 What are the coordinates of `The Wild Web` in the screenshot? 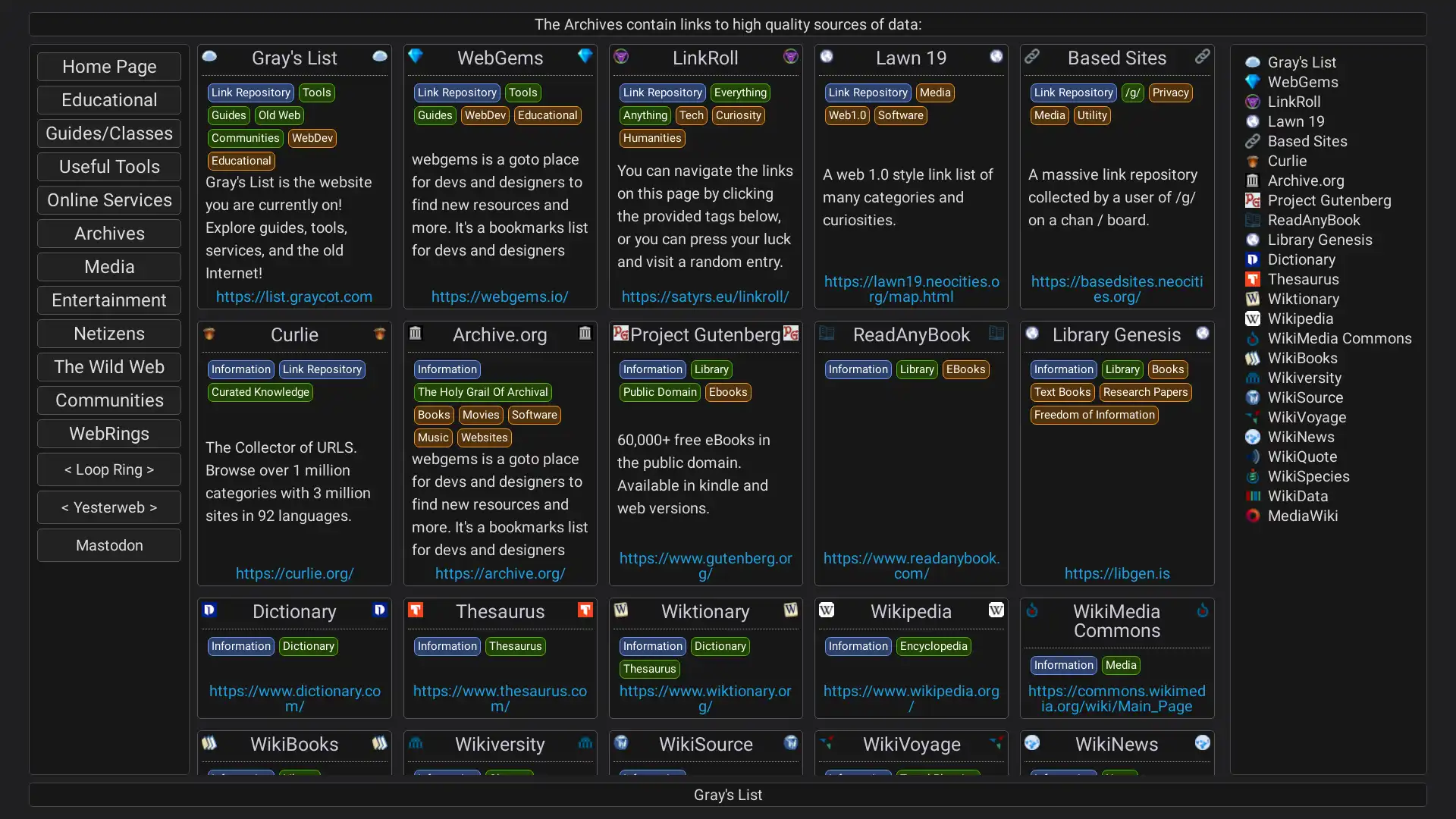 It's located at (108, 366).